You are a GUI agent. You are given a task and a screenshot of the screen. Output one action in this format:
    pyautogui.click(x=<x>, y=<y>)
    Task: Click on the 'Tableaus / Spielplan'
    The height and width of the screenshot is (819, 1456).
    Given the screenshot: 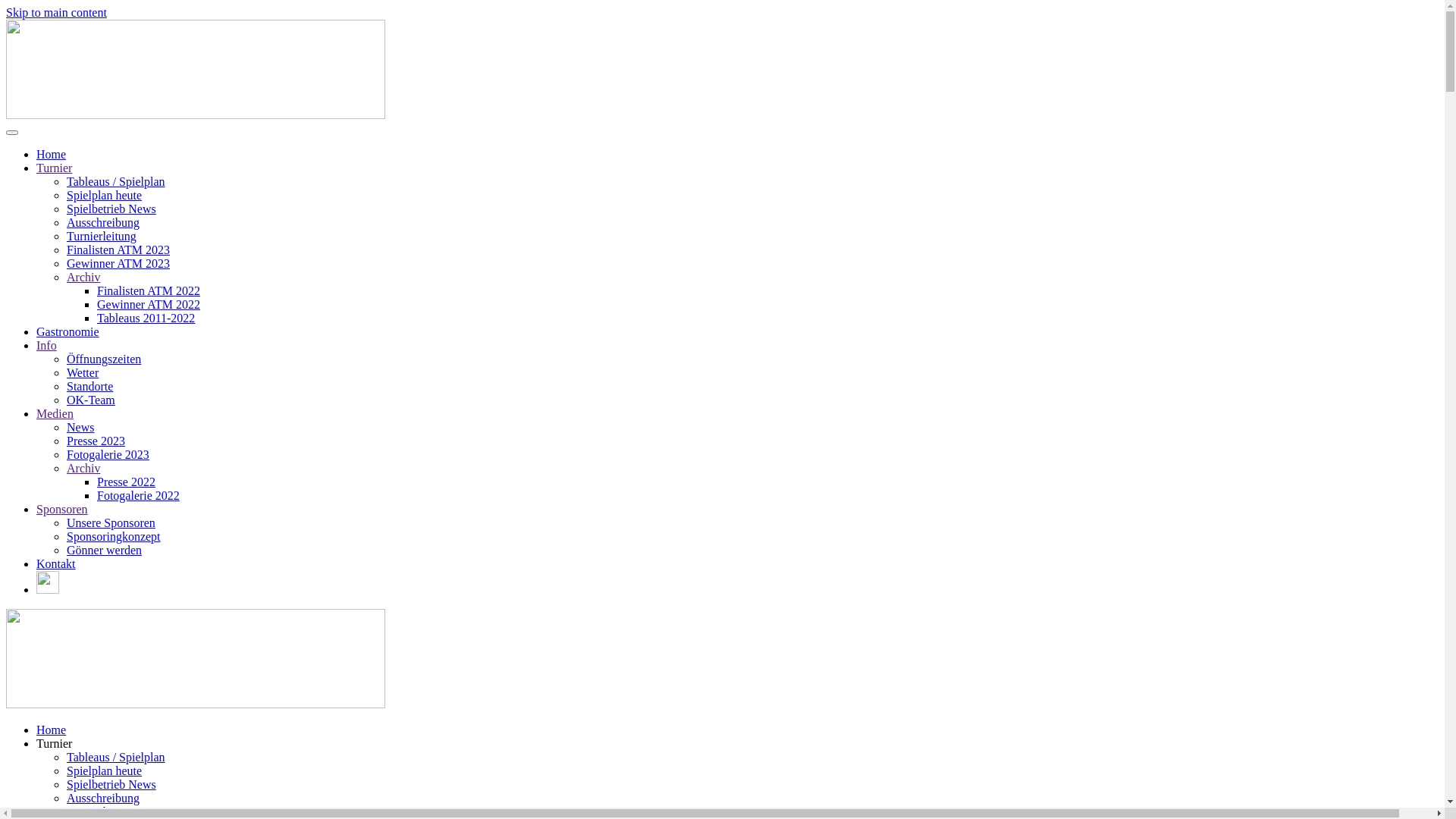 What is the action you would take?
    pyautogui.click(x=115, y=757)
    